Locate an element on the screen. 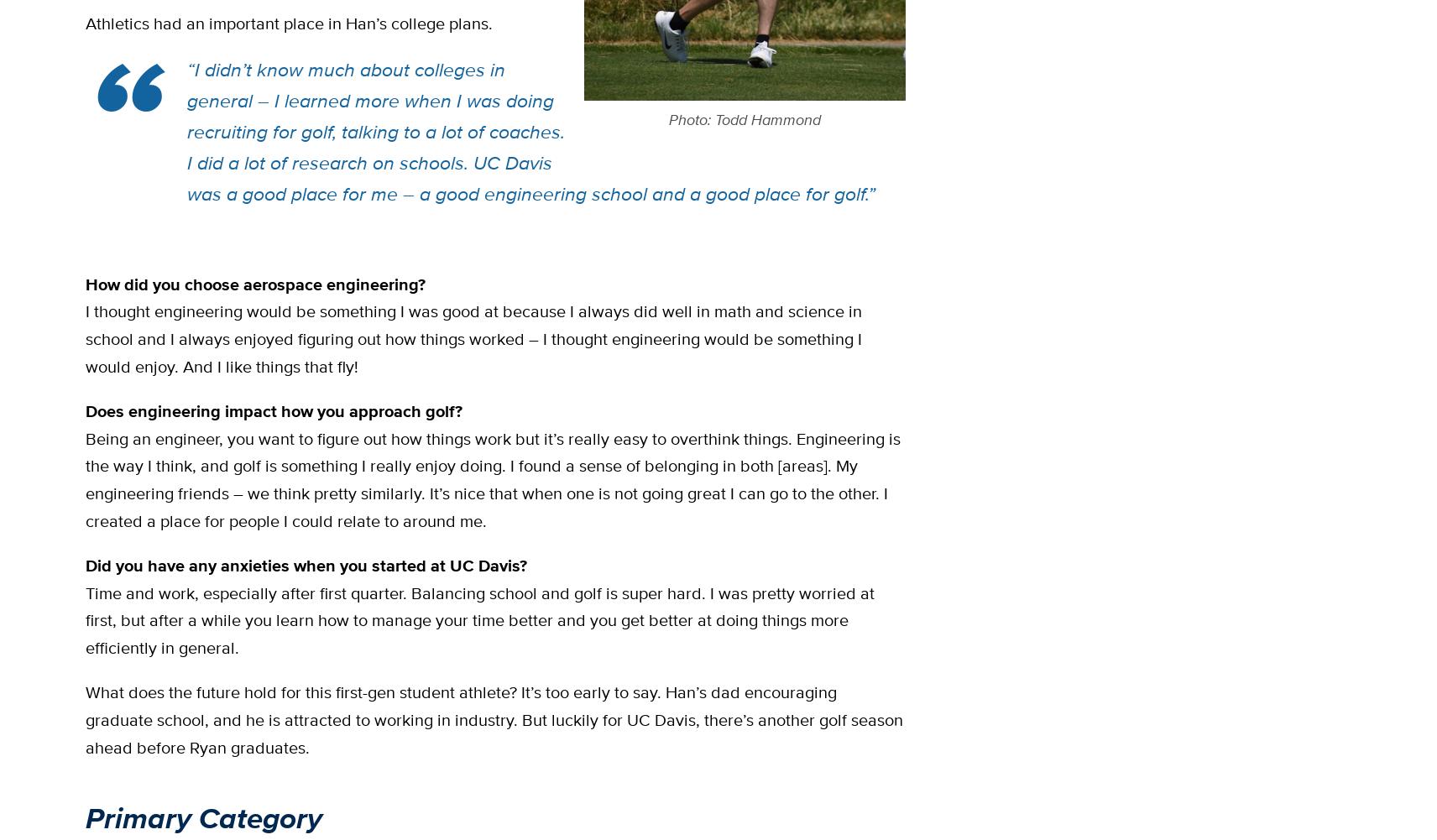 This screenshot has width=1437, height=840. 'Athletics had an important place in Han’s college plans.' is located at coordinates (289, 23).